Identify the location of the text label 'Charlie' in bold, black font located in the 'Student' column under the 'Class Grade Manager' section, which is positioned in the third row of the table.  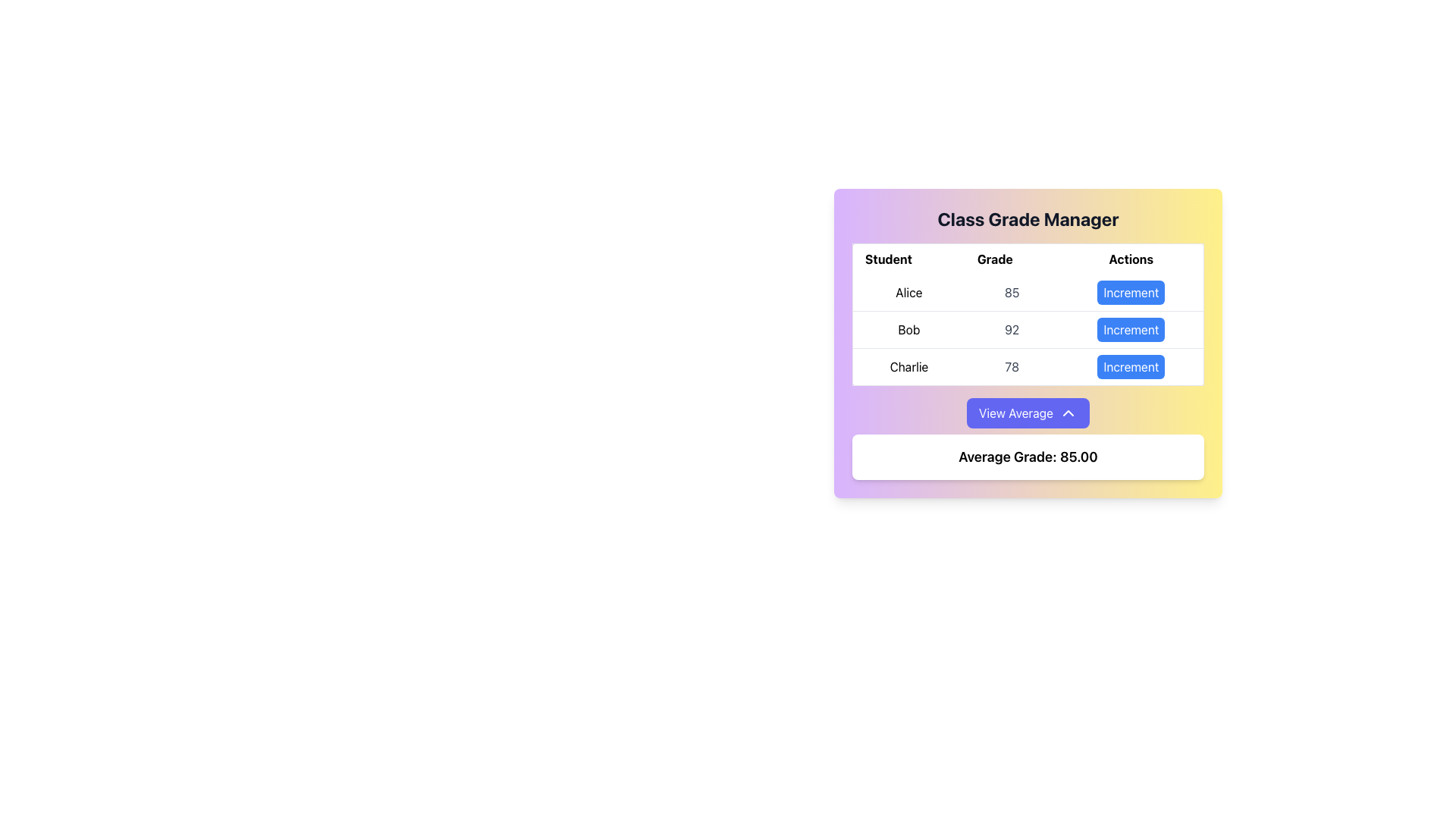
(908, 366).